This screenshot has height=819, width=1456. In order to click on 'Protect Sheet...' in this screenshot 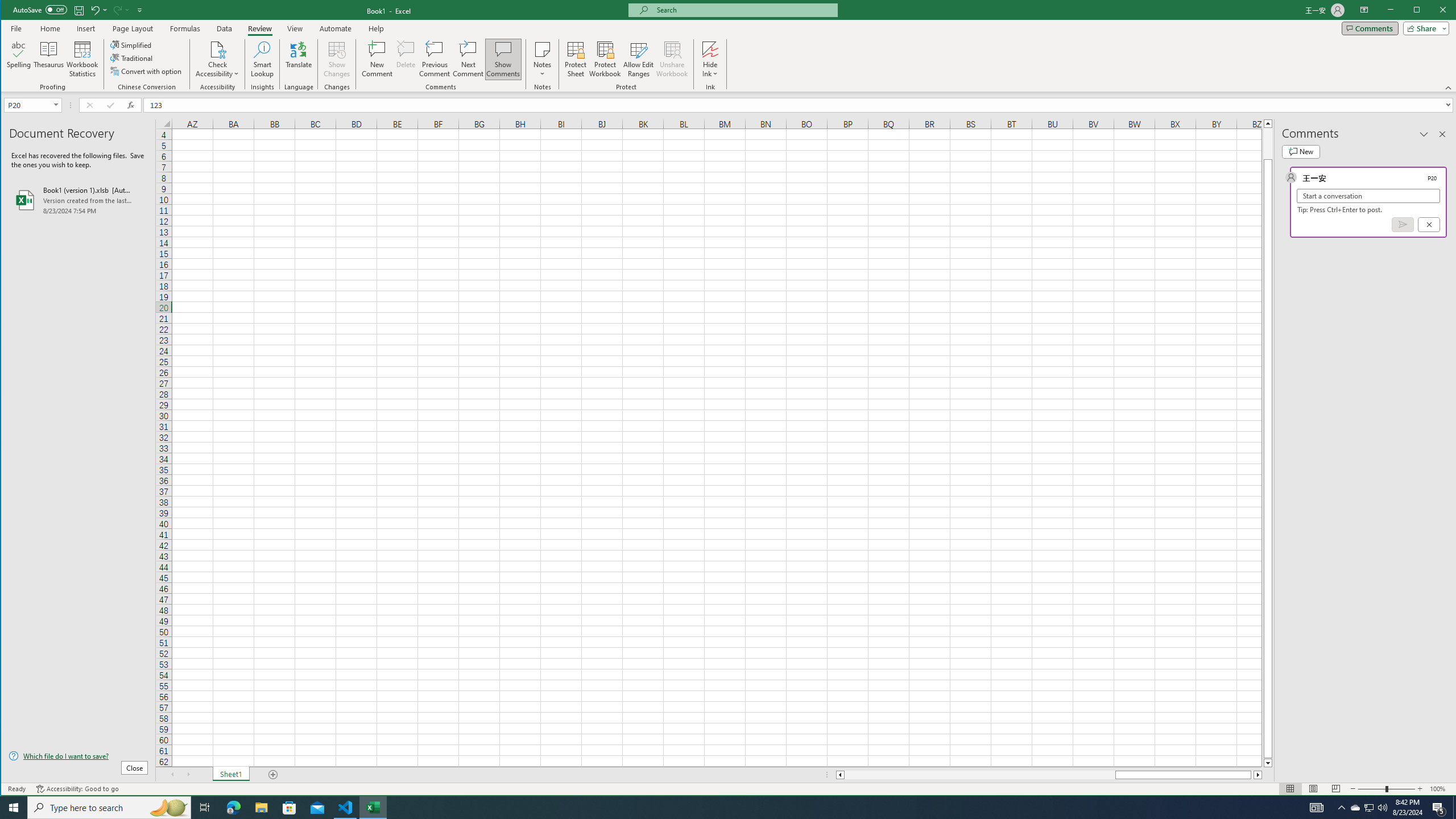, I will do `click(575, 59)`.